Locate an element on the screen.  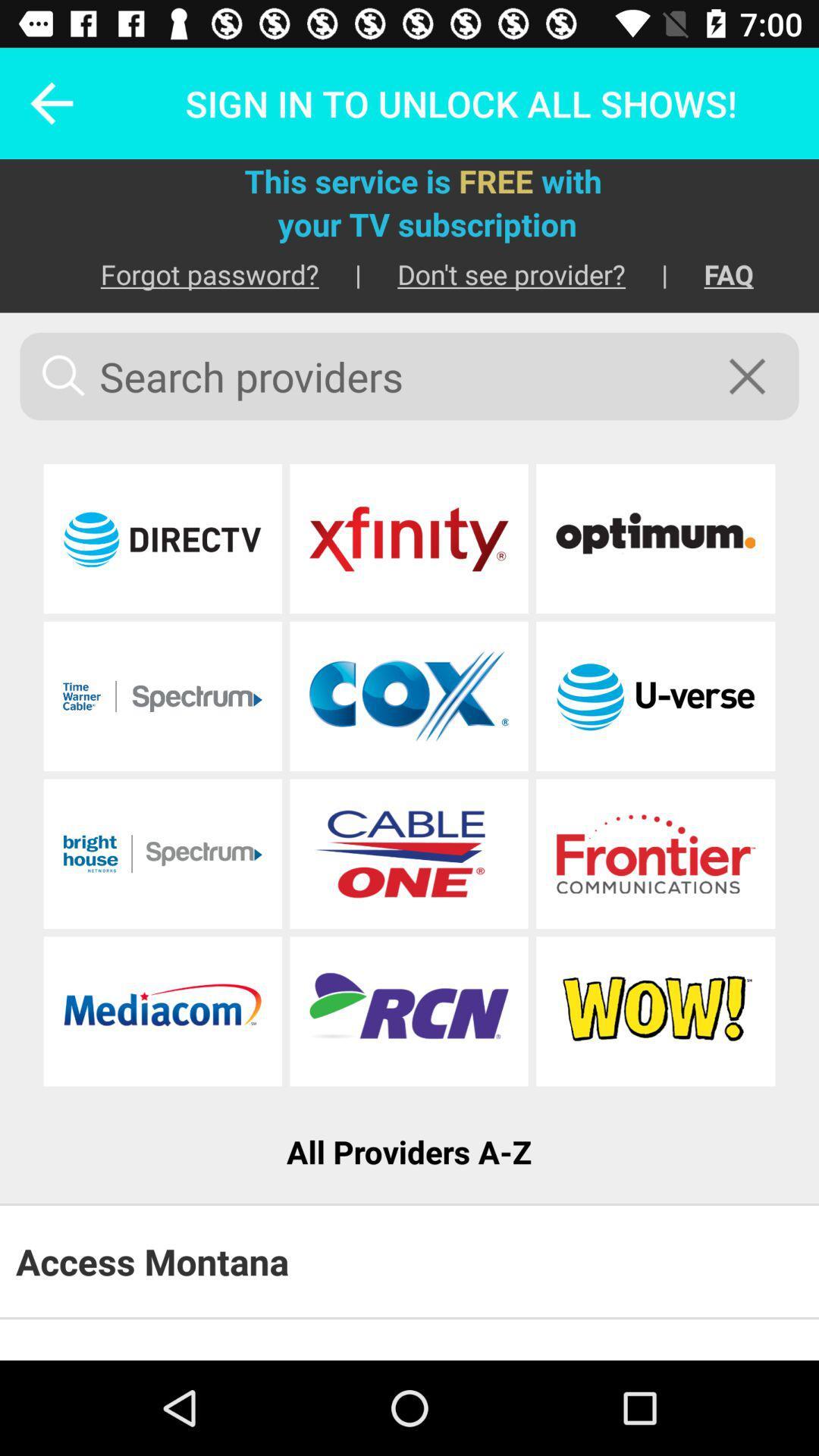
xfinity is located at coordinates (408, 538).